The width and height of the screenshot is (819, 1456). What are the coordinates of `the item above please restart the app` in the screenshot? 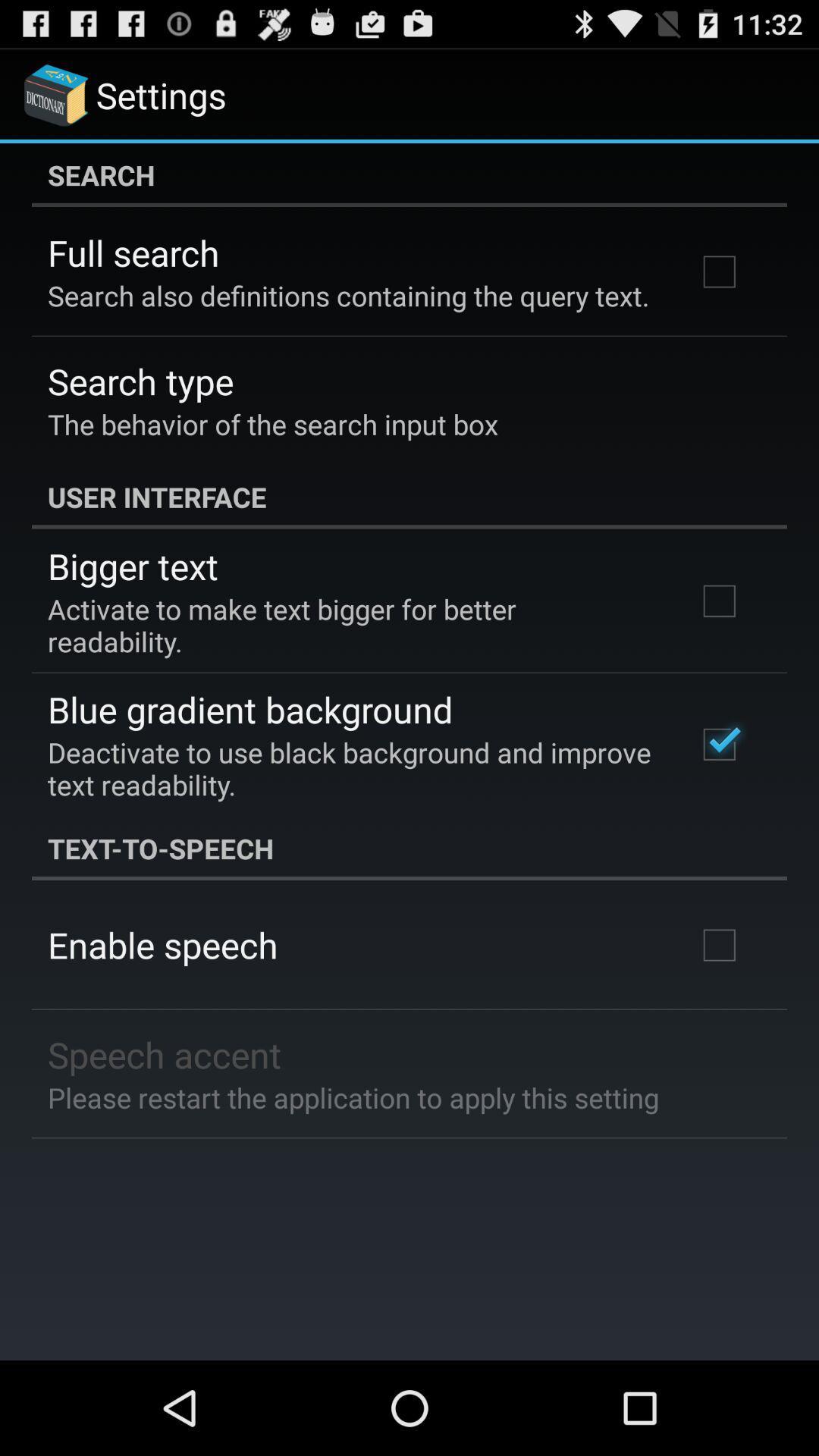 It's located at (165, 1053).